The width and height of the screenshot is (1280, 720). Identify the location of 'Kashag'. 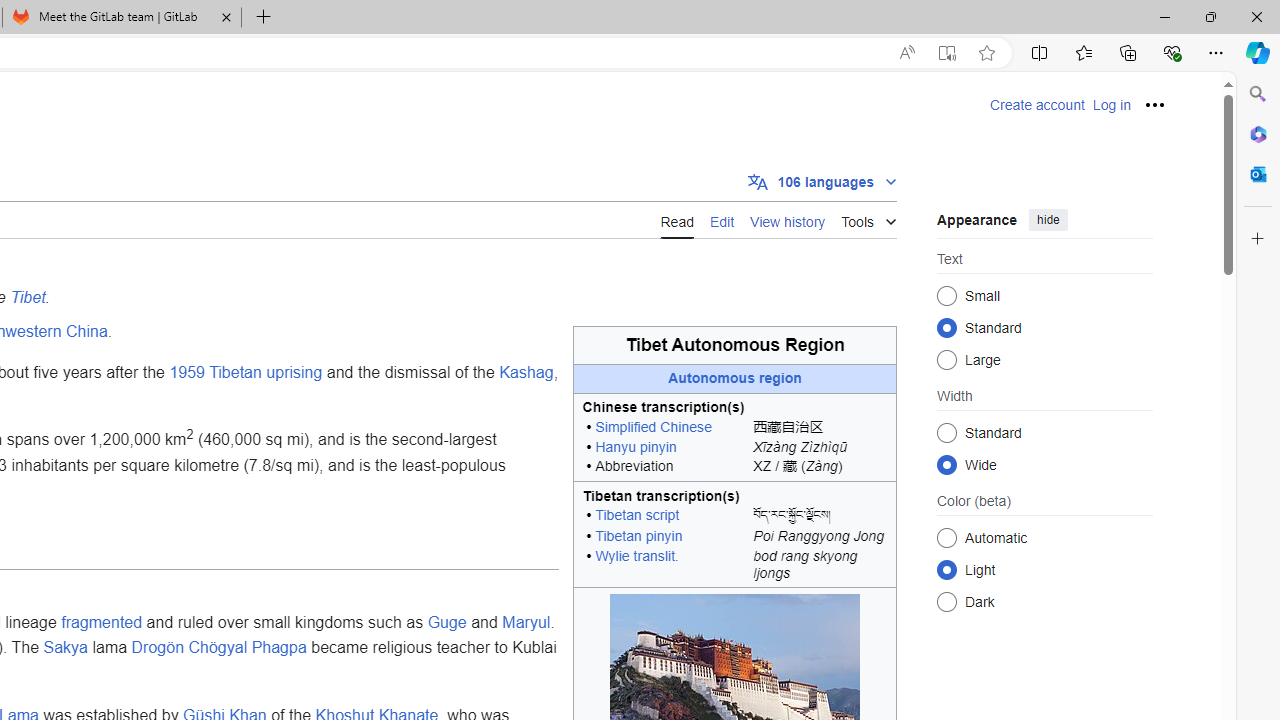
(526, 373).